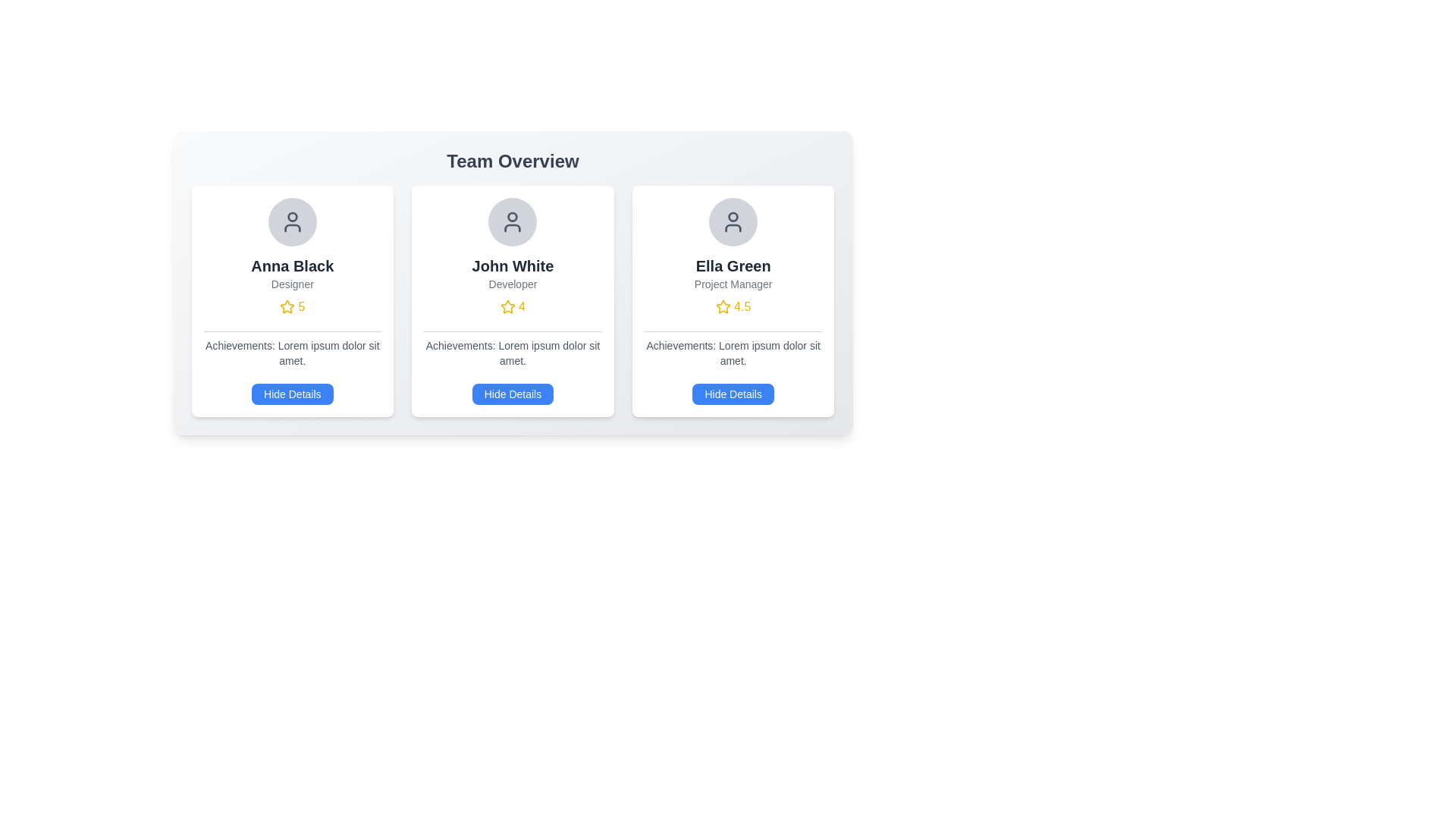 Image resolution: width=1456 pixels, height=819 pixels. Describe the element at coordinates (292, 222) in the screenshot. I see `the profile avatar icon for Anna Black, which is located at the top of the first card in a three-card layout` at that location.